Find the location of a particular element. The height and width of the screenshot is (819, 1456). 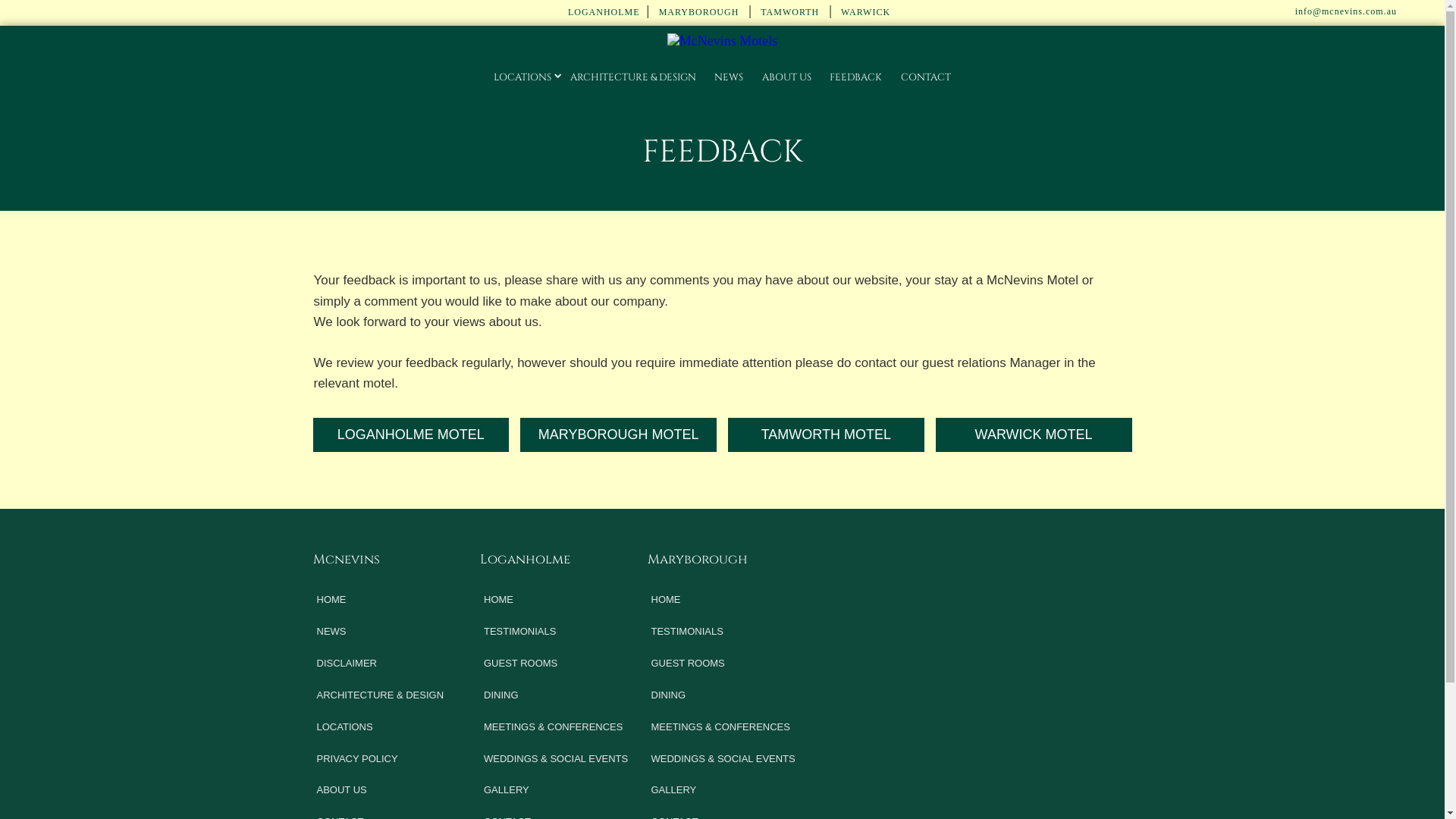

'HOME' is located at coordinates (381, 598).